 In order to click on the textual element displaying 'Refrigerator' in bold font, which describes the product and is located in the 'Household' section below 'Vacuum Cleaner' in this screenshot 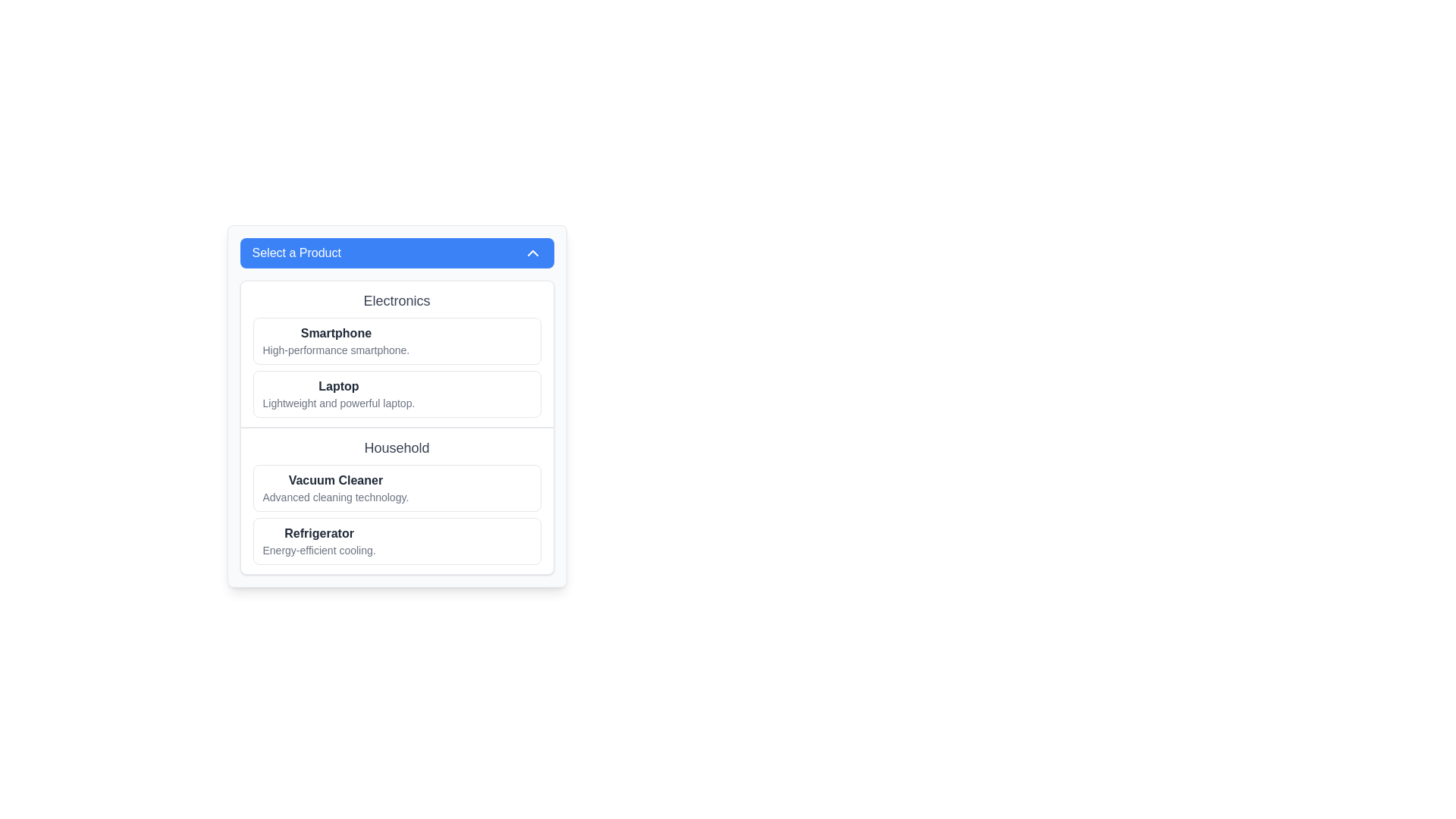, I will do `click(318, 540)`.